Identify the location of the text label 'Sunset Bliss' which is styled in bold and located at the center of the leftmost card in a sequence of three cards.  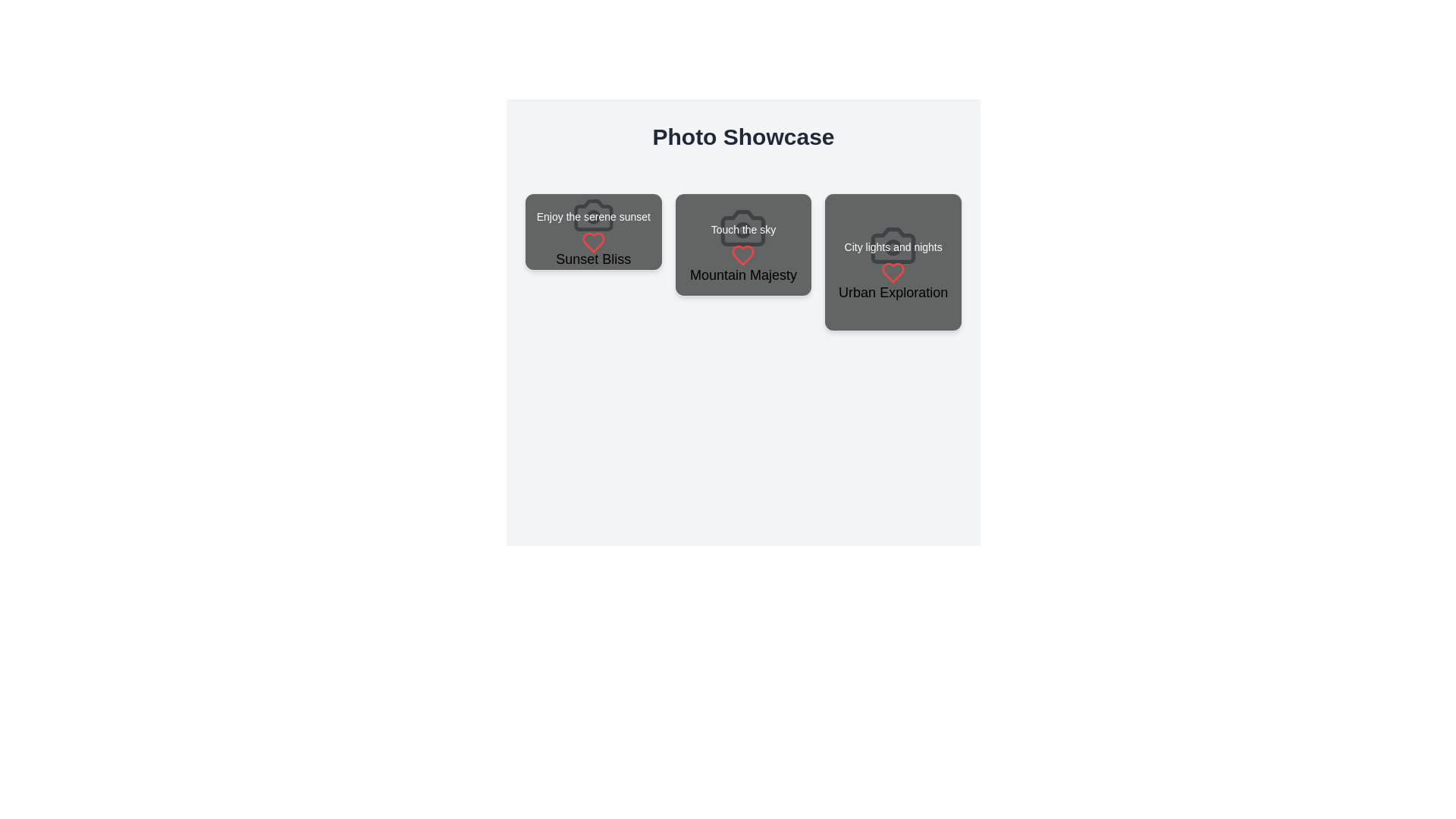
(592, 232).